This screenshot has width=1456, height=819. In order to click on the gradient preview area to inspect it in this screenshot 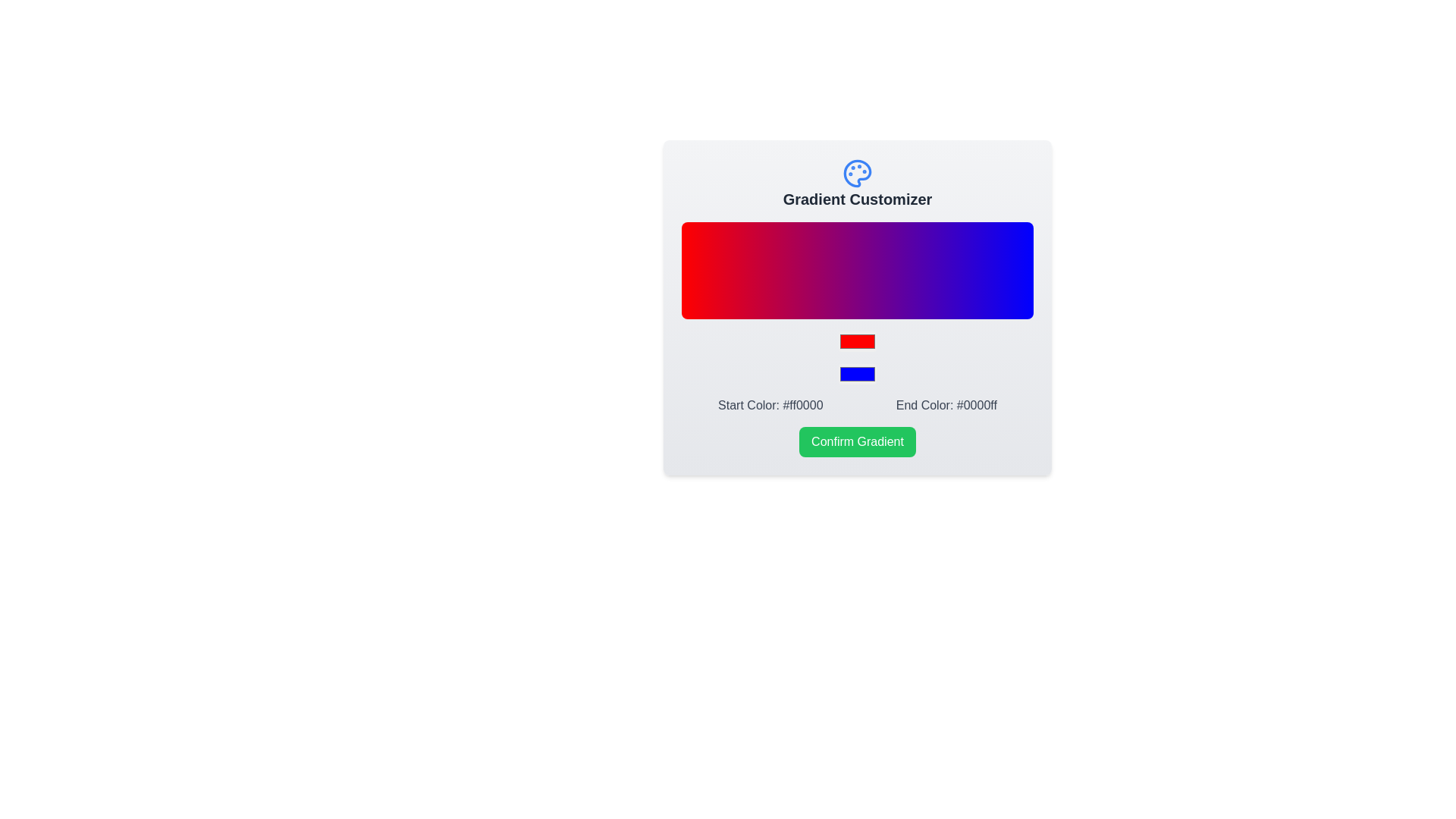, I will do `click(858, 270)`.